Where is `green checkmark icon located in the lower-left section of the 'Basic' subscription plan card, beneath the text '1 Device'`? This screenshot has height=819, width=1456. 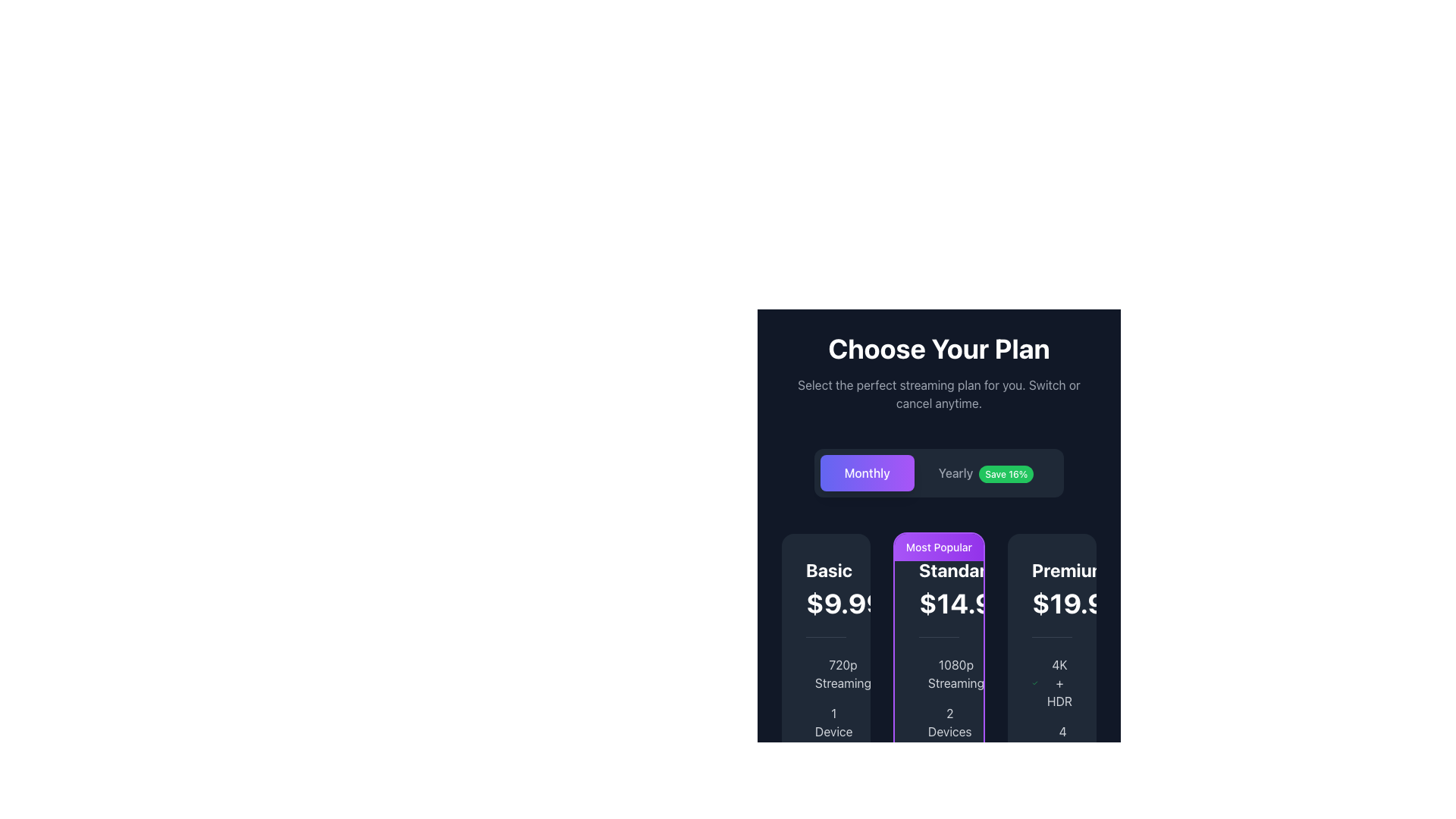 green checkmark icon located in the lower-left section of the 'Basic' subscription plan card, beneath the text '1 Device' is located at coordinates (814, 723).